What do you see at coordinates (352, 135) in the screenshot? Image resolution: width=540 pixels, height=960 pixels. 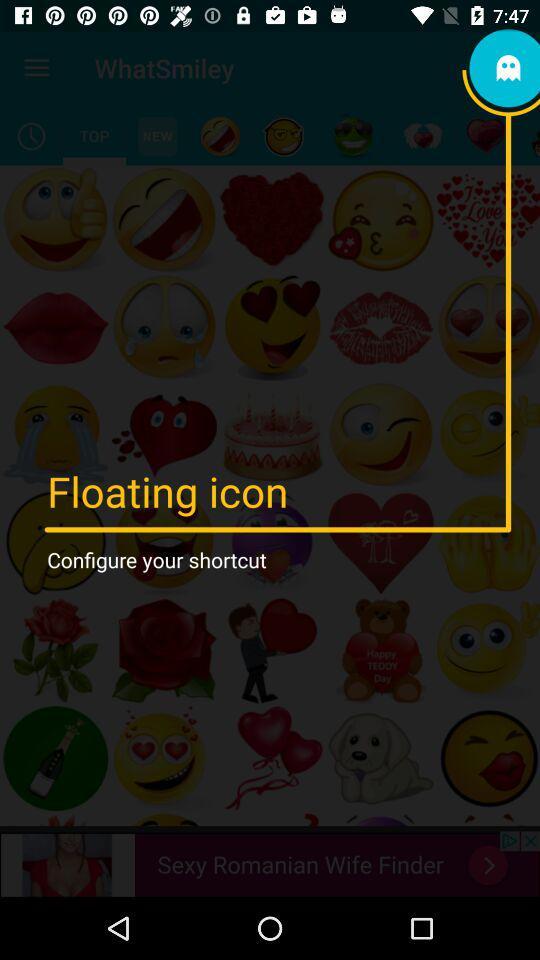 I see `emoji` at bounding box center [352, 135].